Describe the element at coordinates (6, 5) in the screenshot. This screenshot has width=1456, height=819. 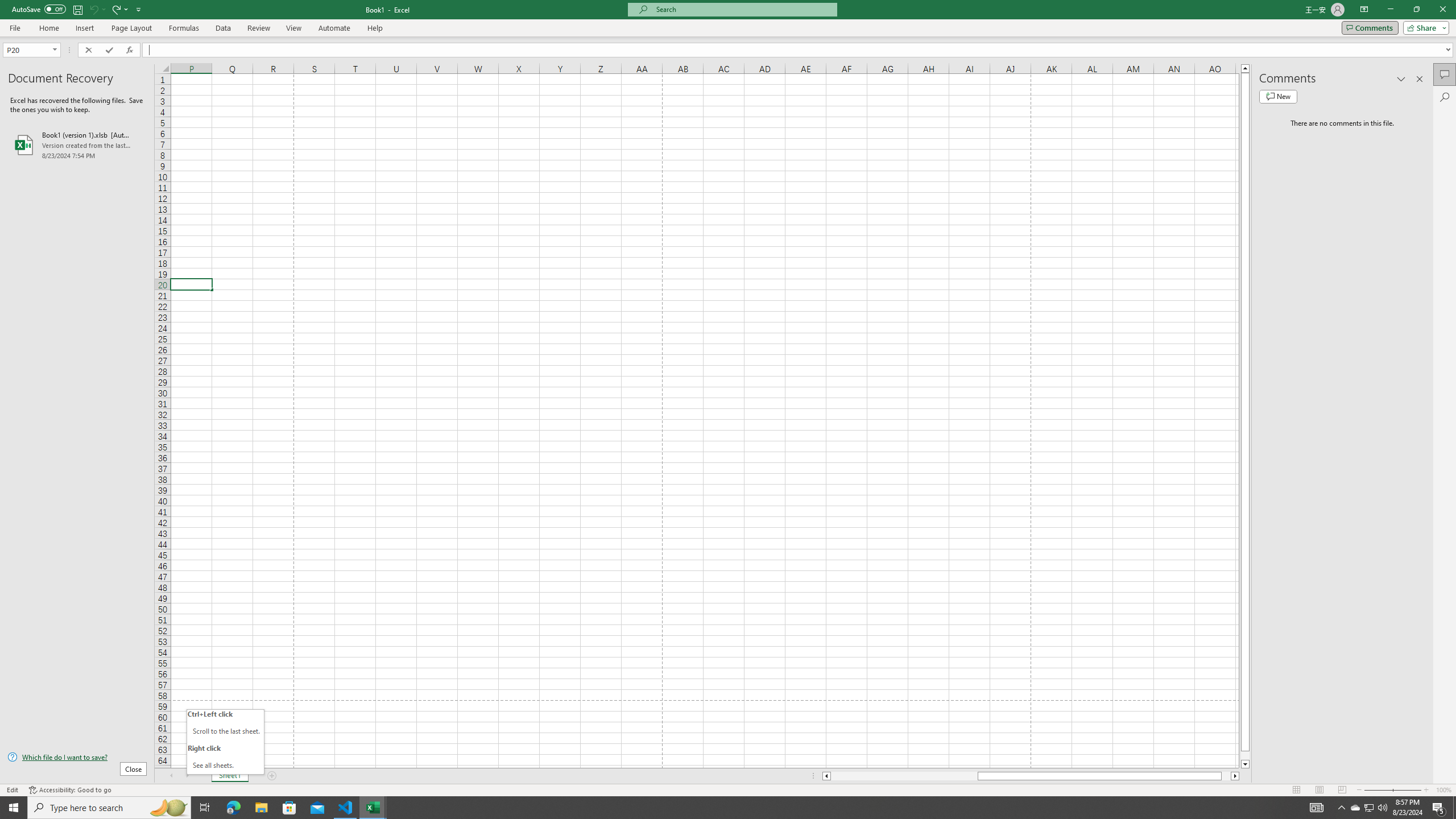
I see `'System'` at that location.